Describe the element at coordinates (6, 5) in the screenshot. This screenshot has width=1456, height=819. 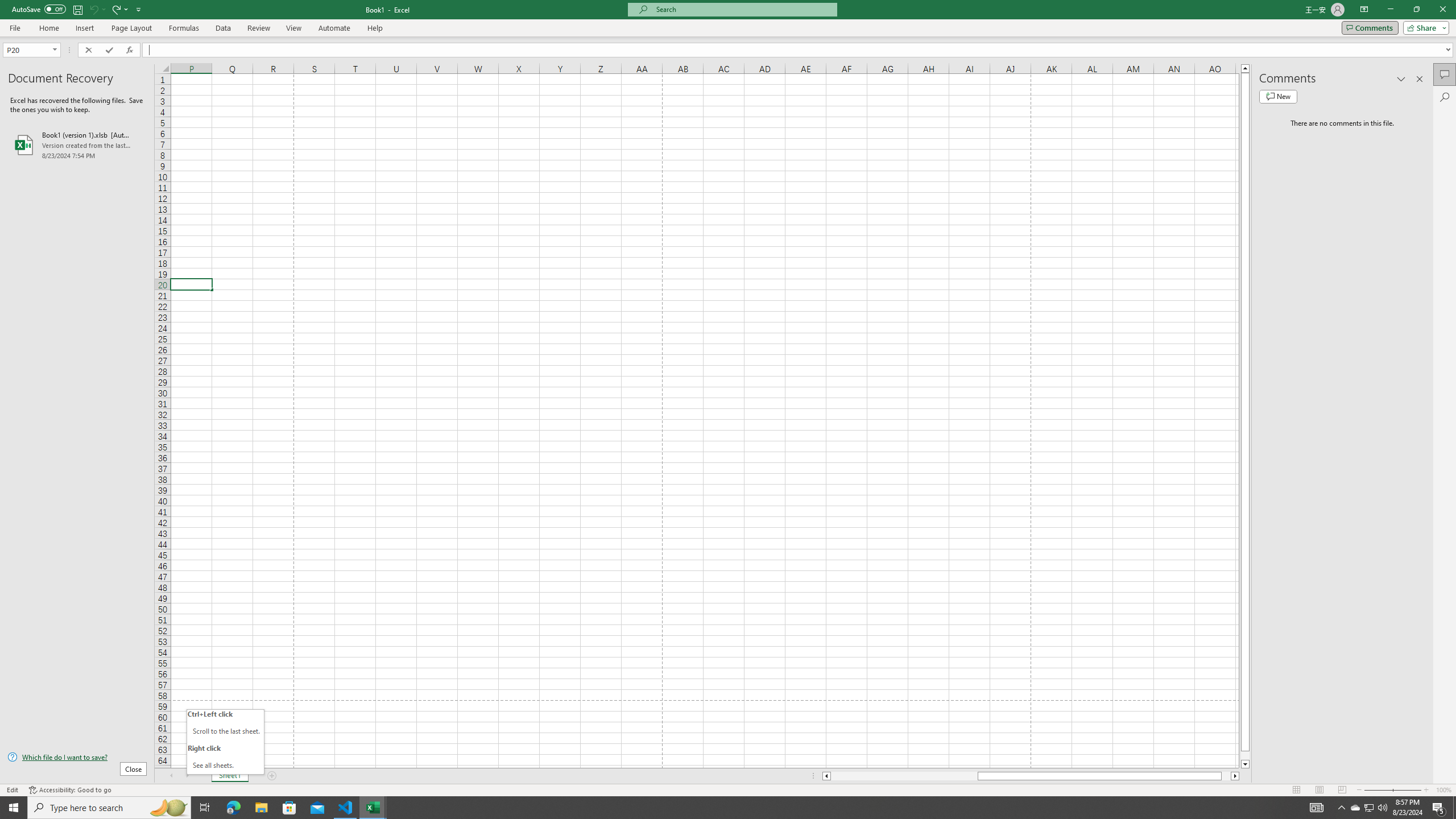
I see `'System'` at that location.